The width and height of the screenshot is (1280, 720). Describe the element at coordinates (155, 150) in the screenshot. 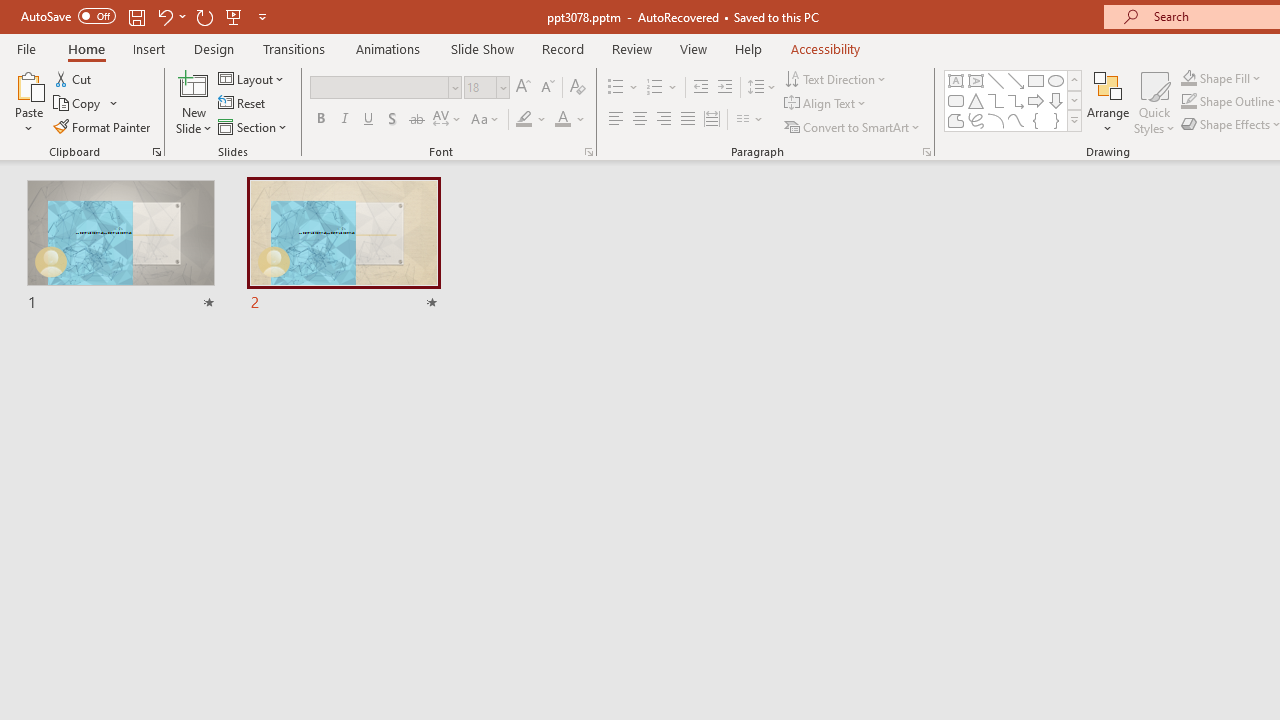

I see `'Office Clipboard...'` at that location.